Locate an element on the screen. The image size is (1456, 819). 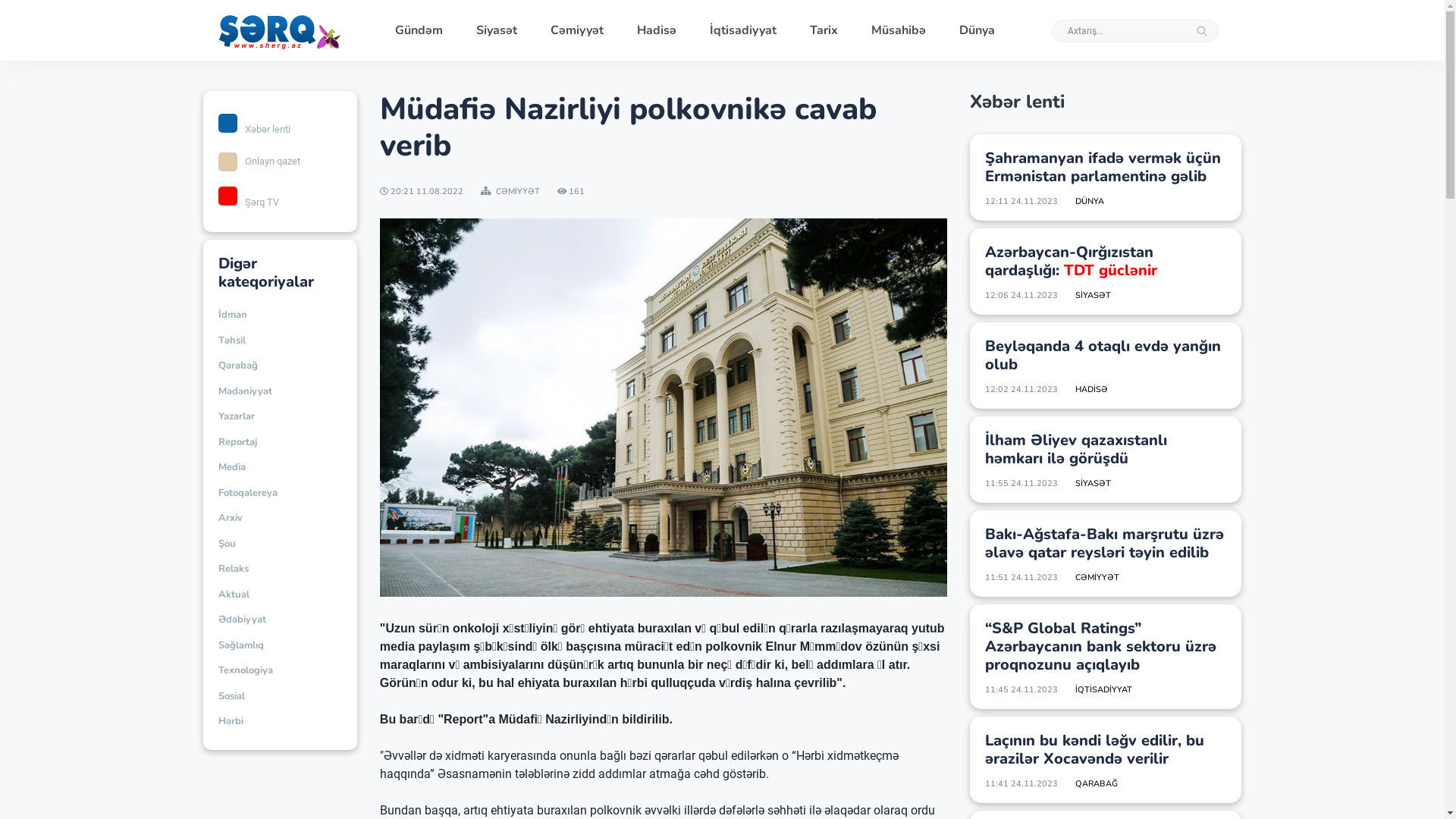
'Texnologiya' is located at coordinates (246, 670).